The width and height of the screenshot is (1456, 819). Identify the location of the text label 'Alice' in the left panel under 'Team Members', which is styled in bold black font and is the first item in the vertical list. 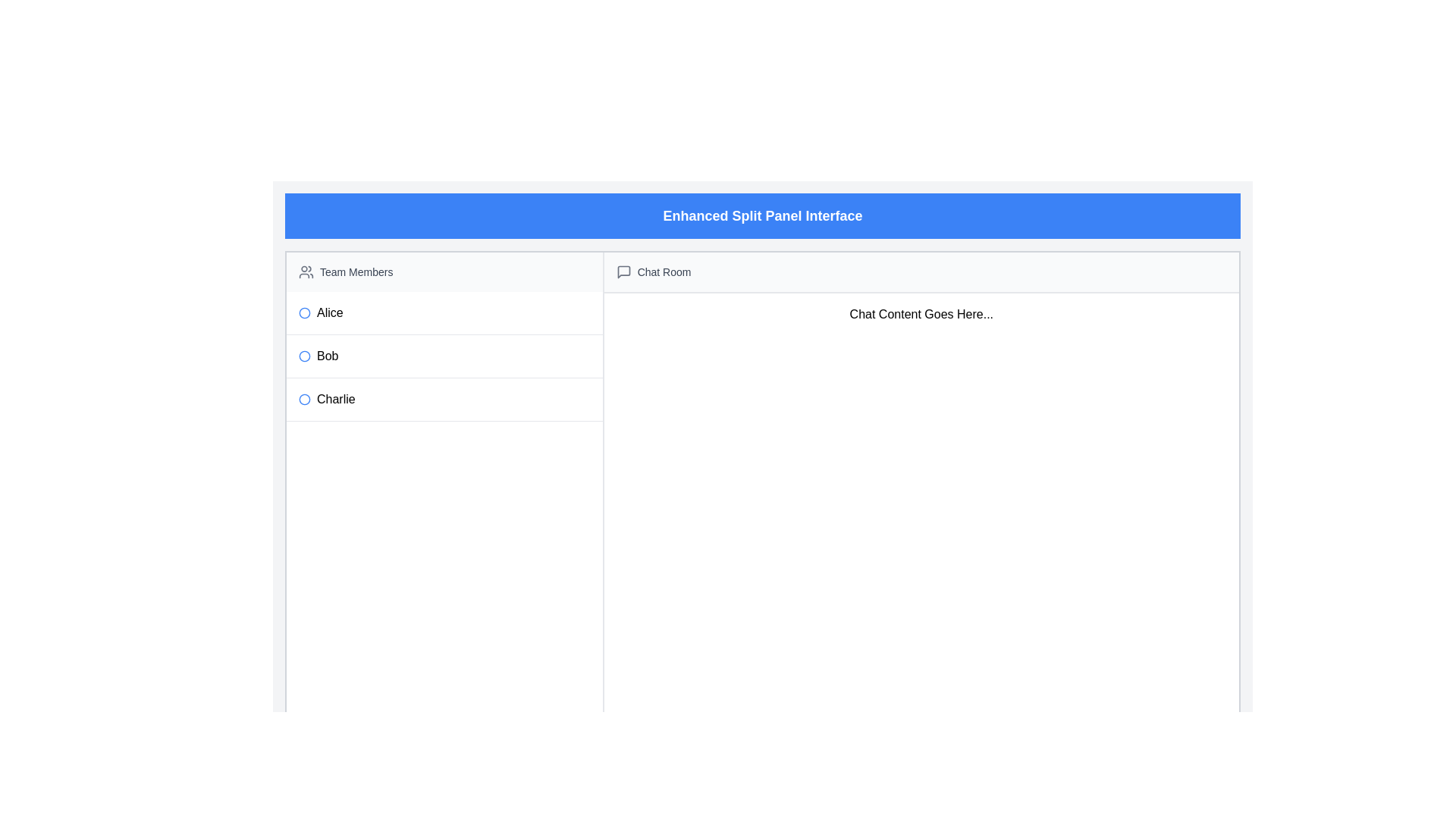
(329, 312).